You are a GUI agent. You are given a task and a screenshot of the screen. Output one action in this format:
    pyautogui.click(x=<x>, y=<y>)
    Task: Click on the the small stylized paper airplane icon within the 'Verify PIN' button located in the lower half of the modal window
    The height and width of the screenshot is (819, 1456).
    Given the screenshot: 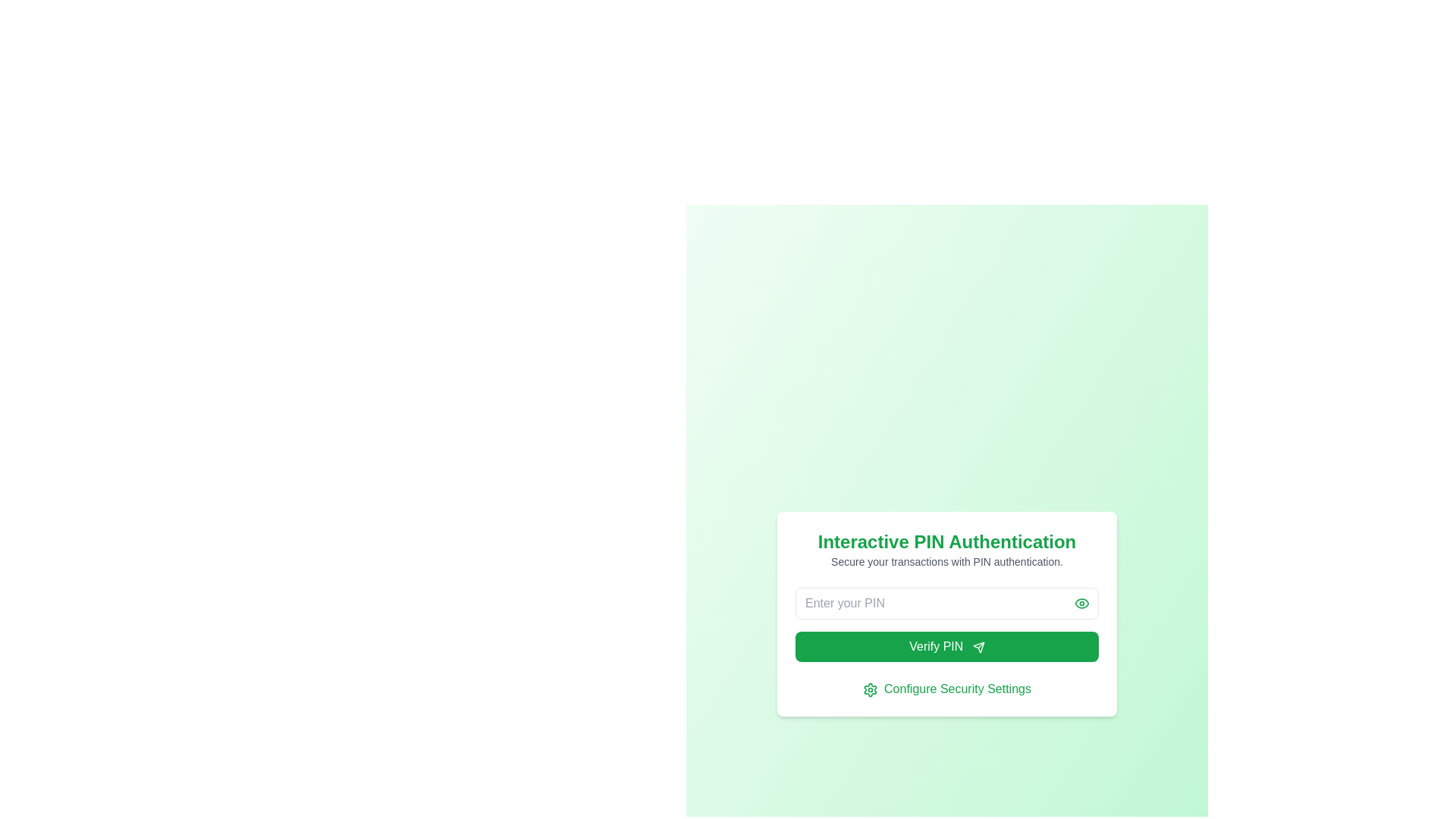 What is the action you would take?
    pyautogui.click(x=978, y=647)
    